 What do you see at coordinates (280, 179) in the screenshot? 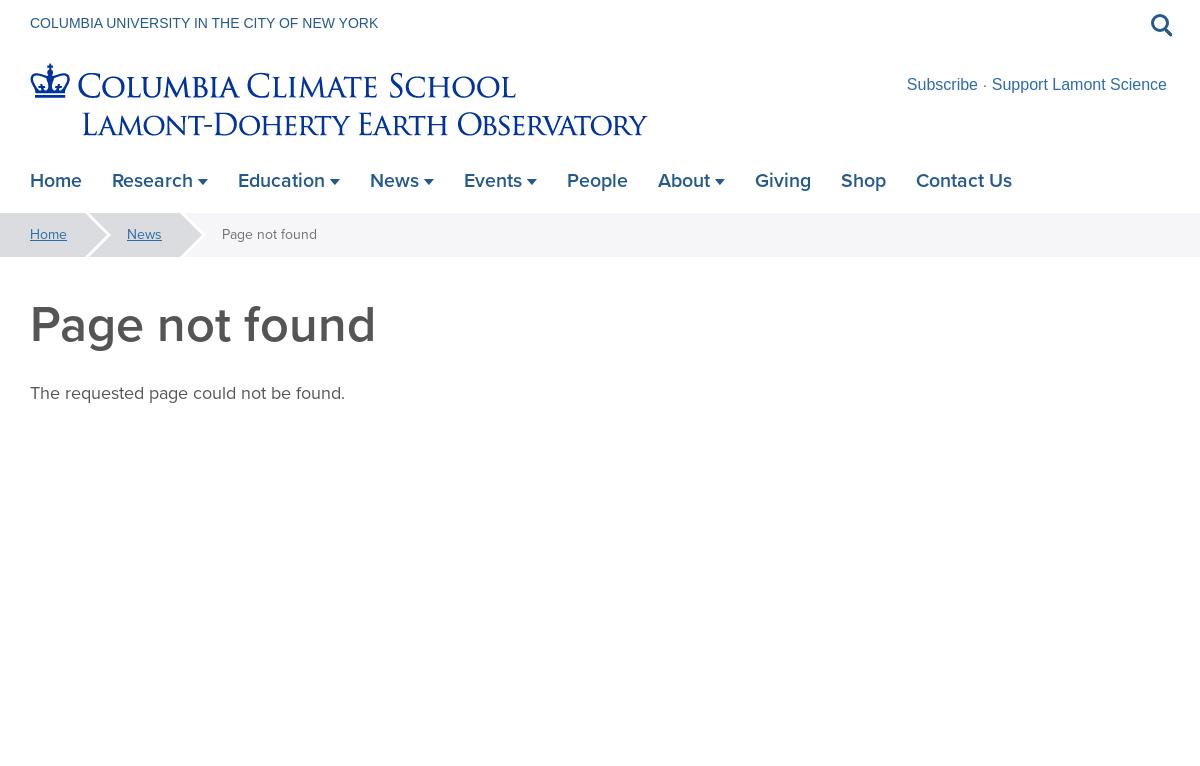
I see `'Education'` at bounding box center [280, 179].